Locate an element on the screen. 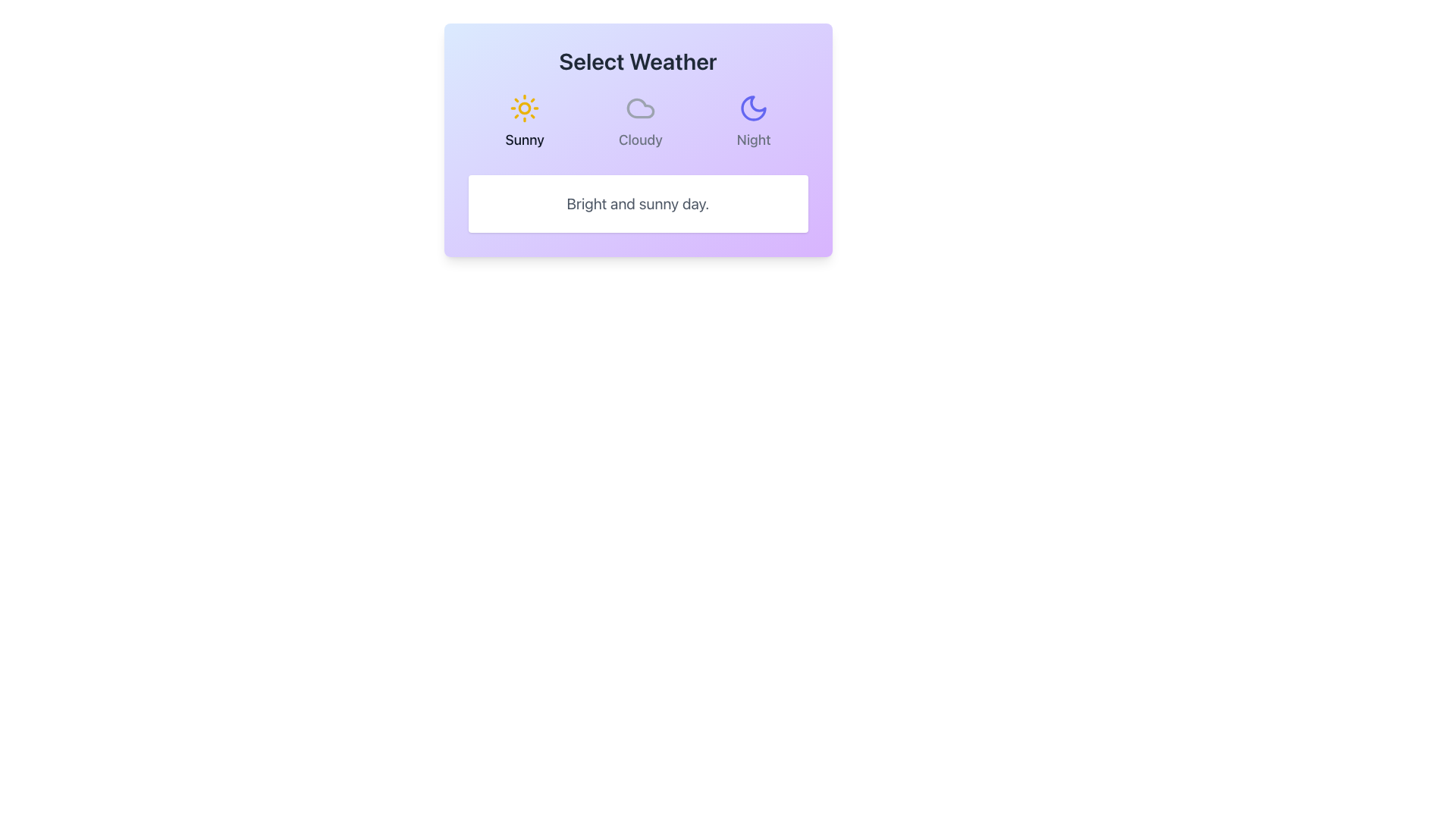 The image size is (1456, 819). the crescent moon icon, which is the third icon in the top row of weather condition options, located within a purple-to-blue gradient box and positioned to the right of the 'Night' label is located at coordinates (753, 107).